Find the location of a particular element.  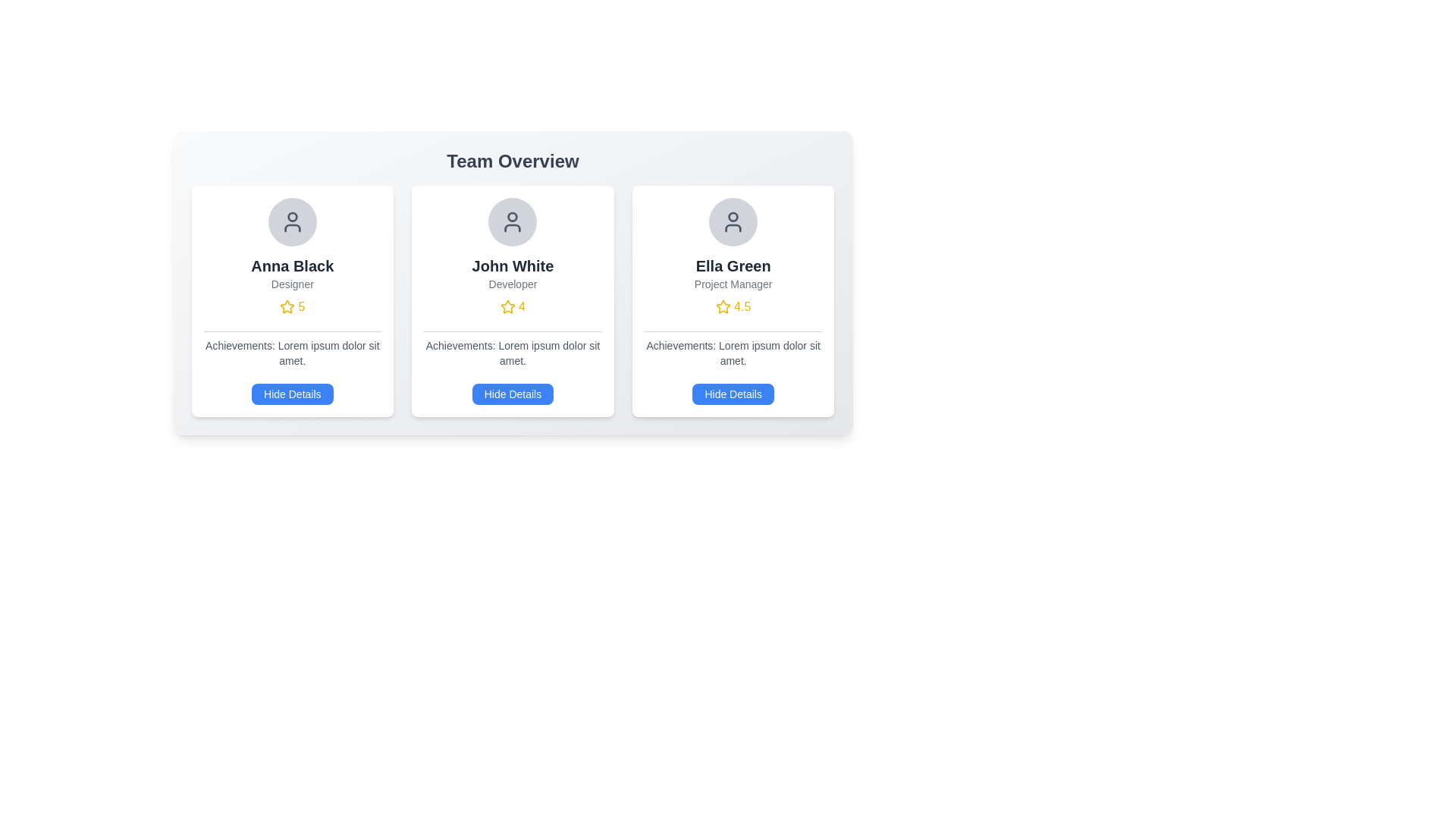

the static text label displaying 'Designer' located below 'Anna Black' and above the star rating is located at coordinates (292, 284).